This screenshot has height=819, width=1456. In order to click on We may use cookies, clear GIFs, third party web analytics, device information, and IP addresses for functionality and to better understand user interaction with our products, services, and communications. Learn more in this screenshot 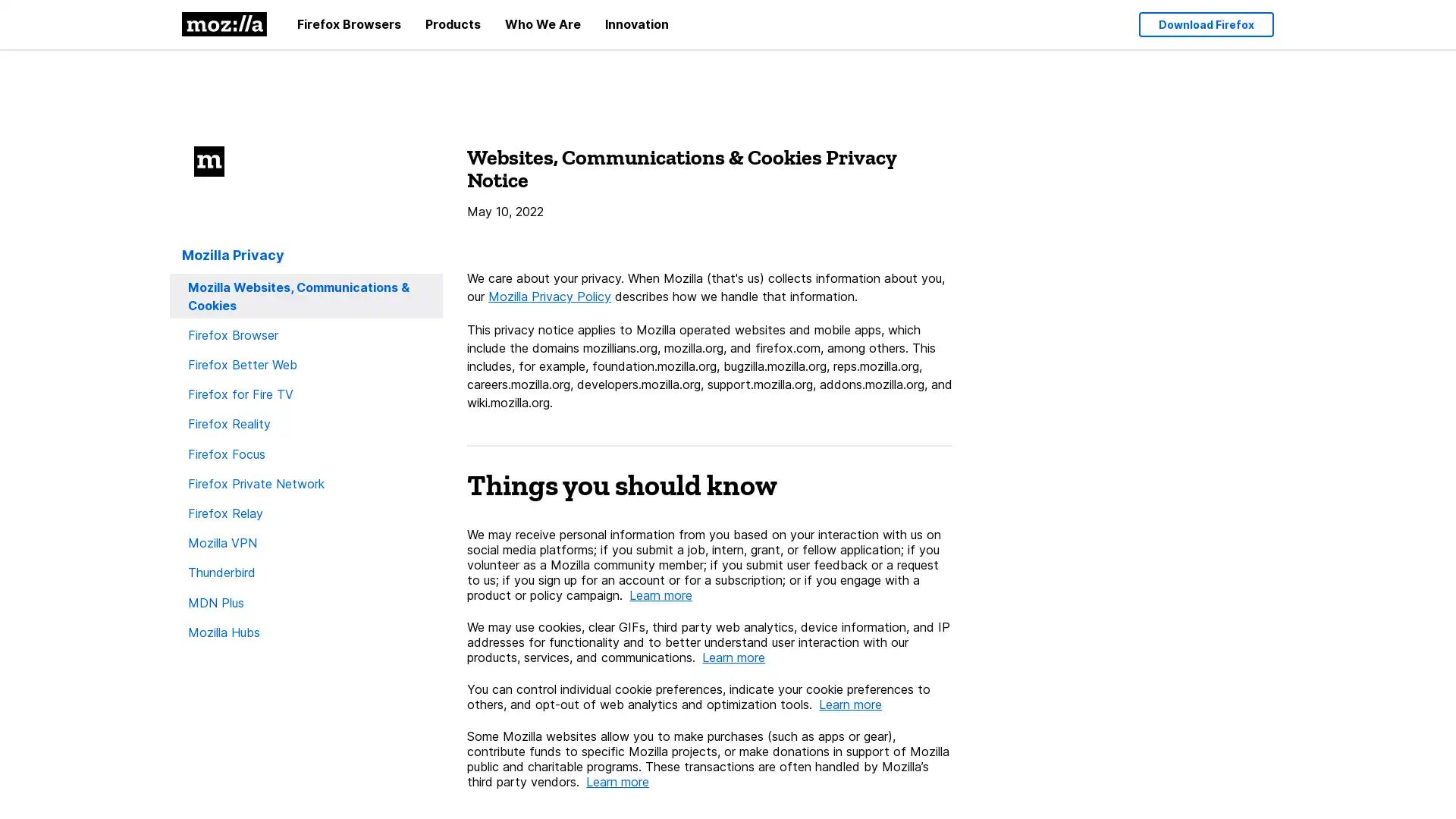, I will do `click(709, 641)`.